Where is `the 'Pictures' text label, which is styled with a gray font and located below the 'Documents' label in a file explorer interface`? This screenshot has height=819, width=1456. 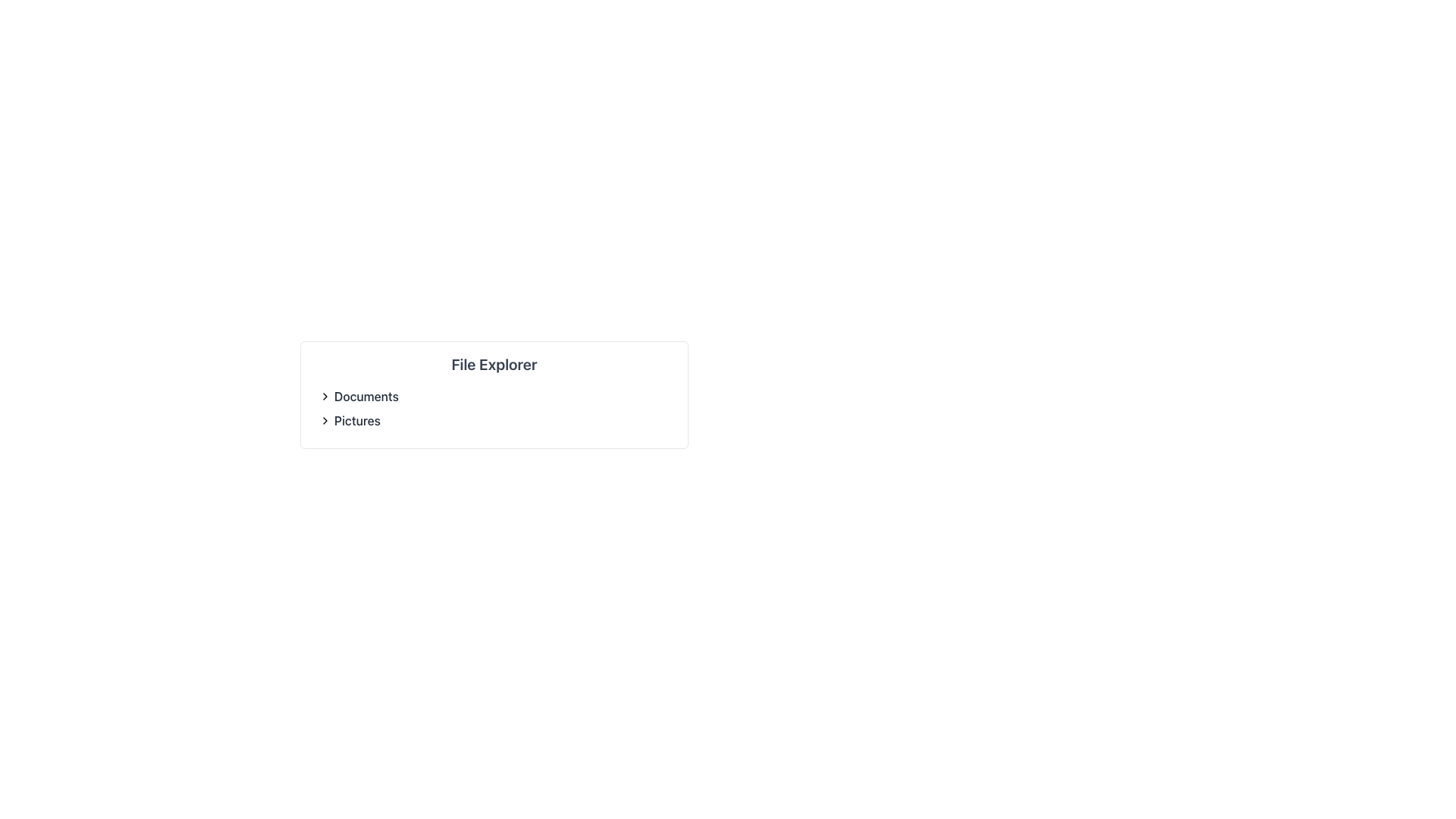
the 'Pictures' text label, which is styled with a gray font and located below the 'Documents' label in a file explorer interface is located at coordinates (349, 421).